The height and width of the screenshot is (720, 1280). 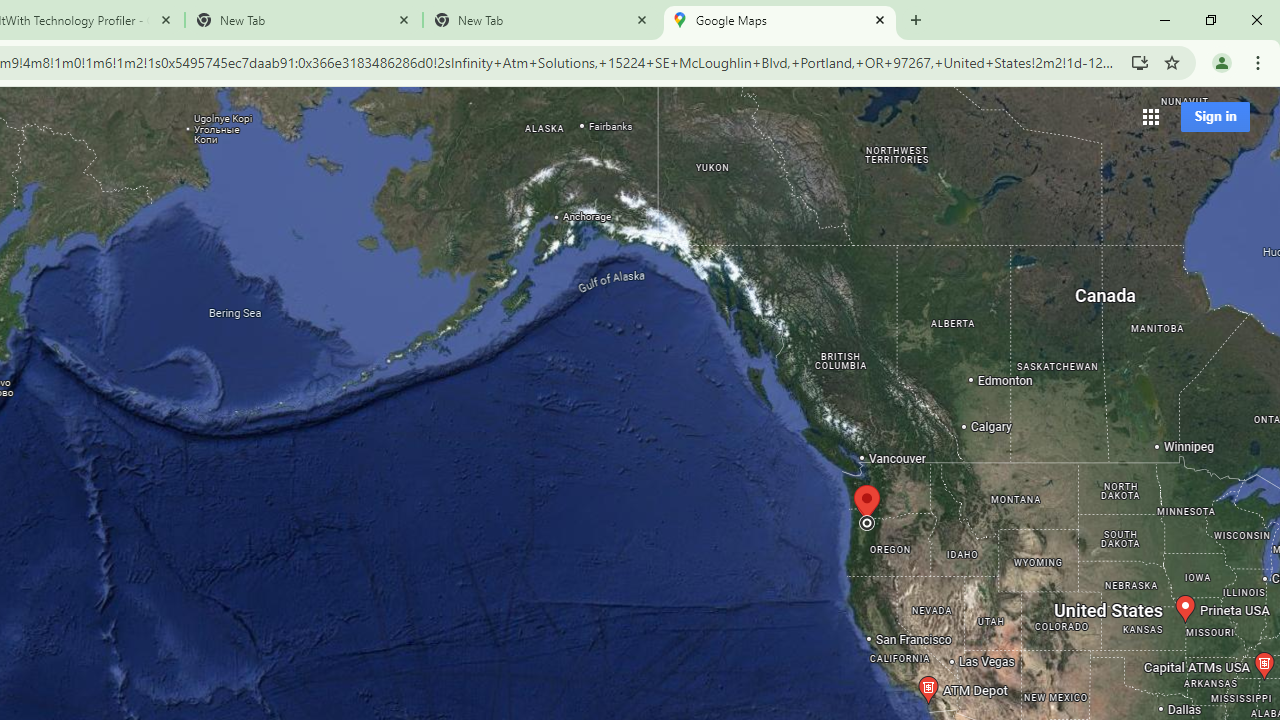 I want to click on 'Google apps', so click(x=1150, y=116).